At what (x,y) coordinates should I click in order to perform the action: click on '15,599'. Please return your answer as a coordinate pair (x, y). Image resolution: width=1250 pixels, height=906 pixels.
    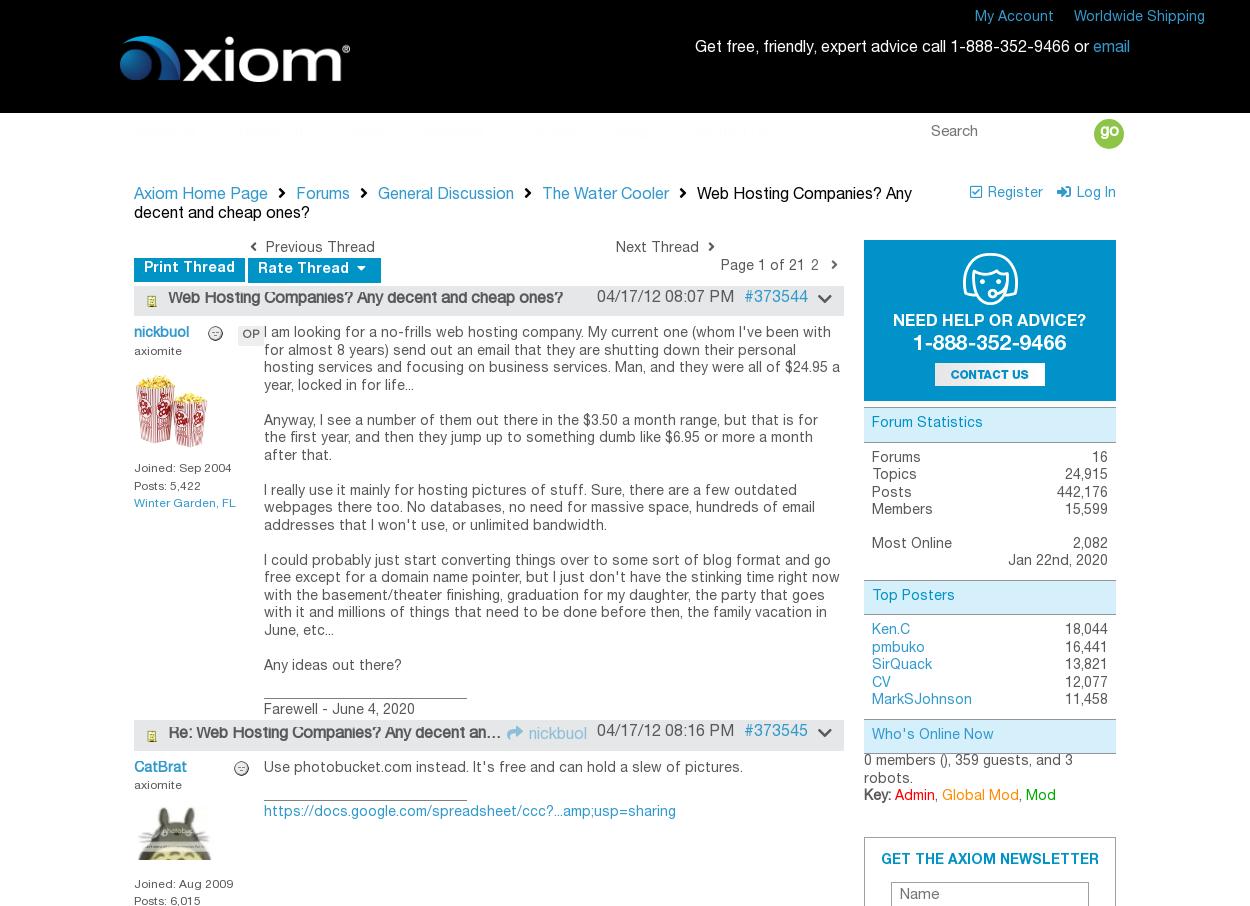
    Looking at the image, I should click on (1084, 510).